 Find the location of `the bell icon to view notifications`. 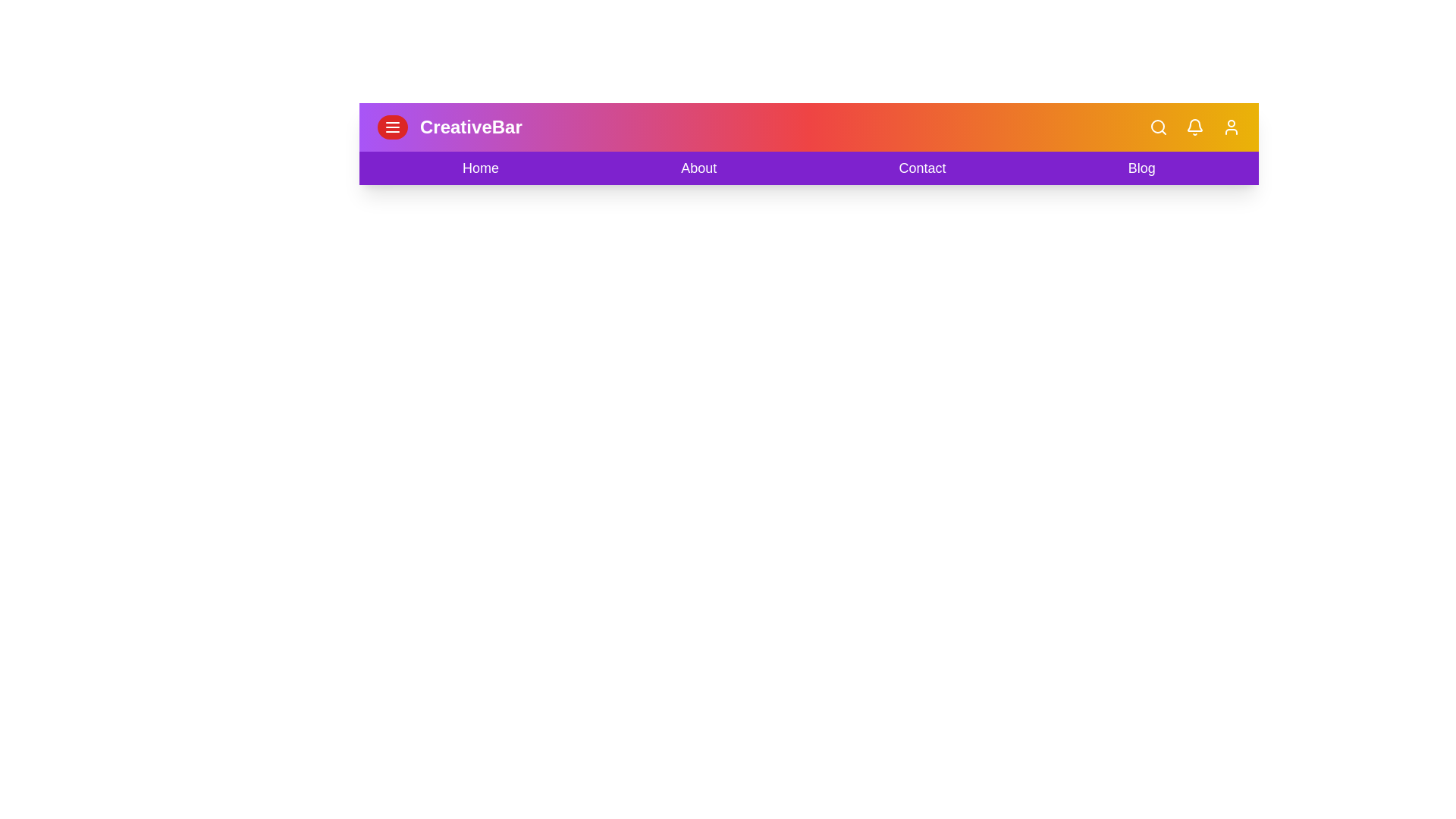

the bell icon to view notifications is located at coordinates (1194, 127).